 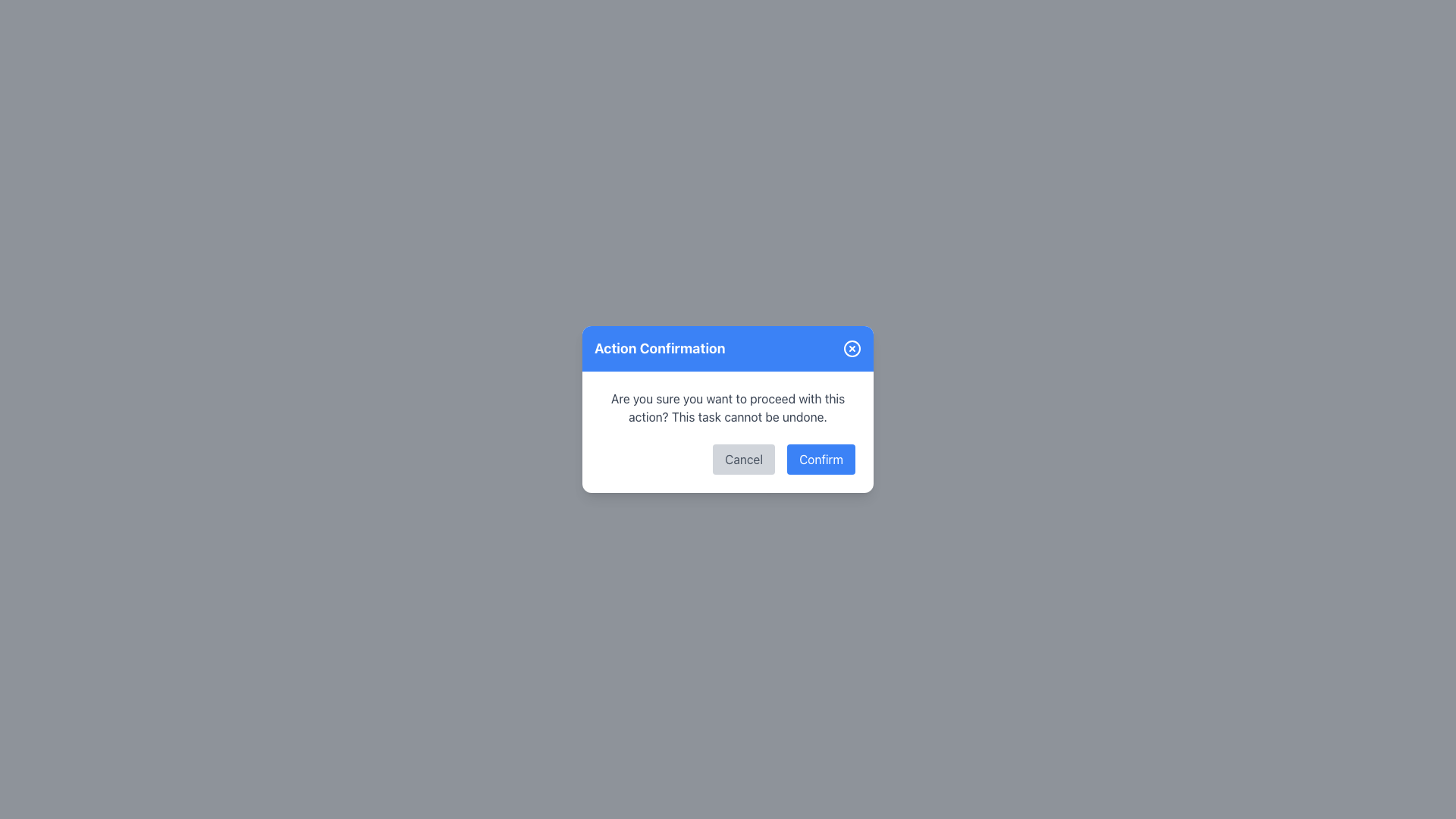 What do you see at coordinates (744, 458) in the screenshot?
I see `the 'Cancel' button, which is a rectangular button with a light gray background located in the footer of a dialog box, positioned to the left of the 'Confirm' button` at bounding box center [744, 458].